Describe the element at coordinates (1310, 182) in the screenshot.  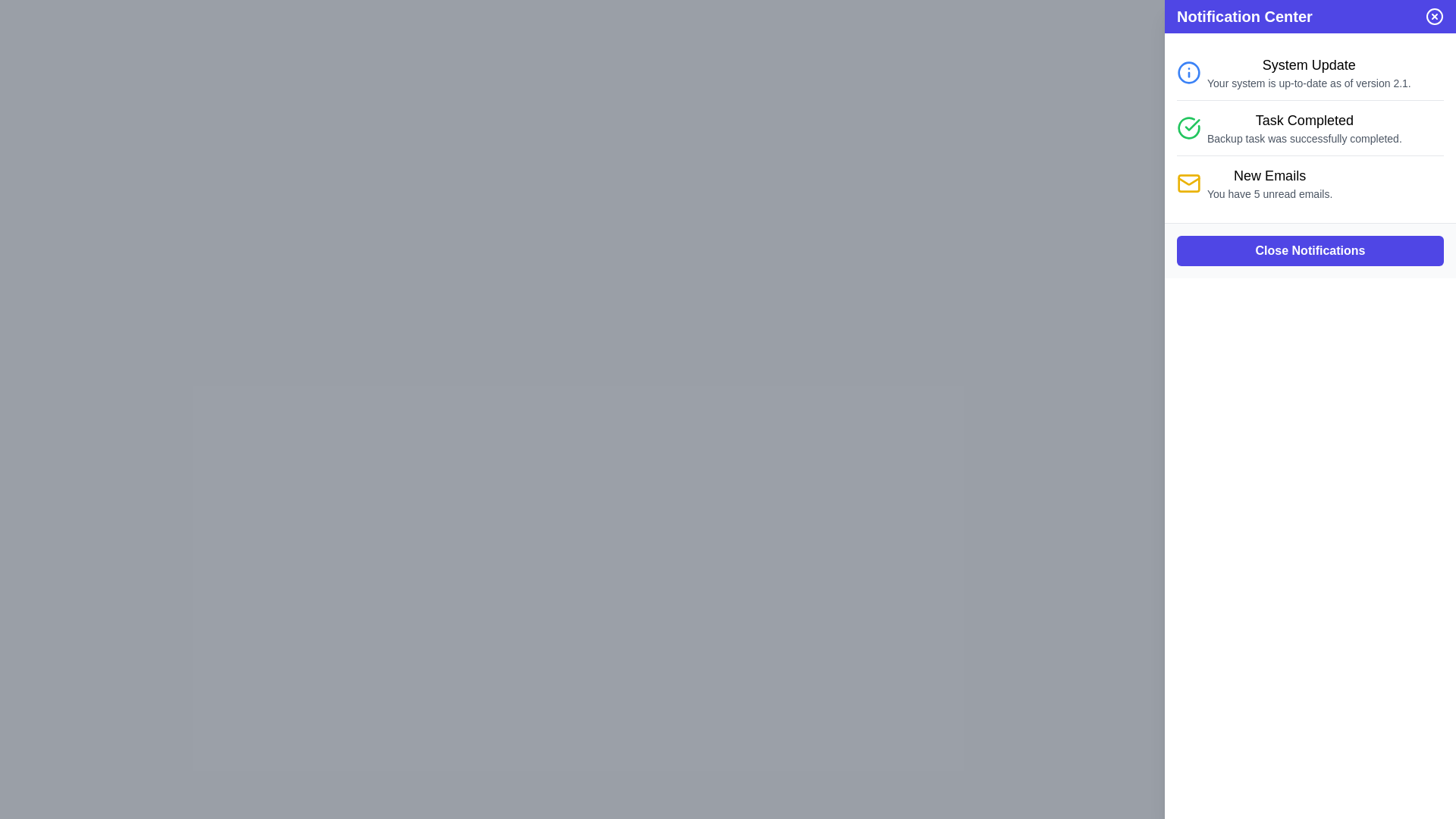
I see `the notification entry labeled 'New Emails' with a yellow mail icon and subtext indicating 5 unread emails` at that location.